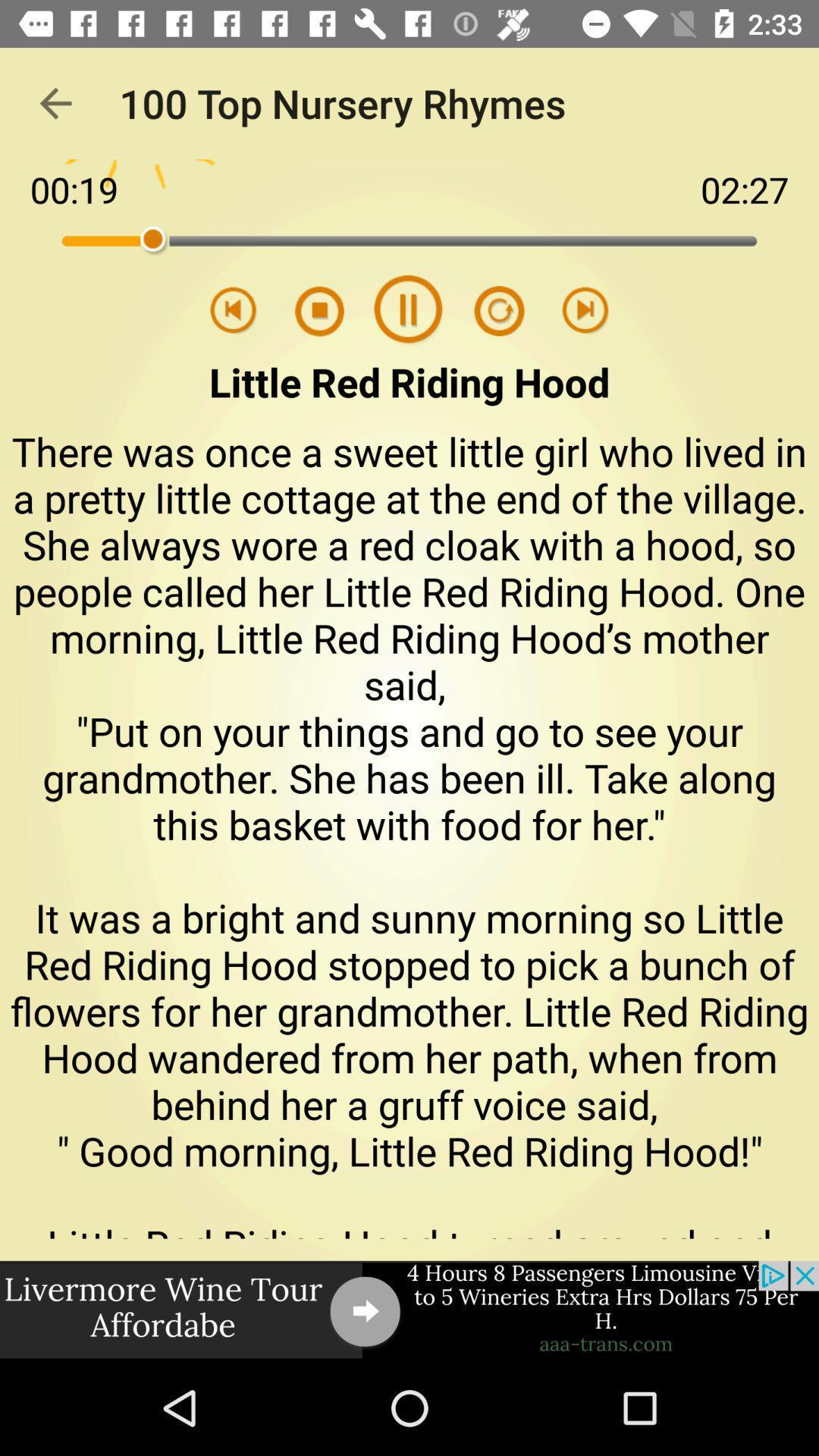  I want to click on the pause icon, so click(408, 310).